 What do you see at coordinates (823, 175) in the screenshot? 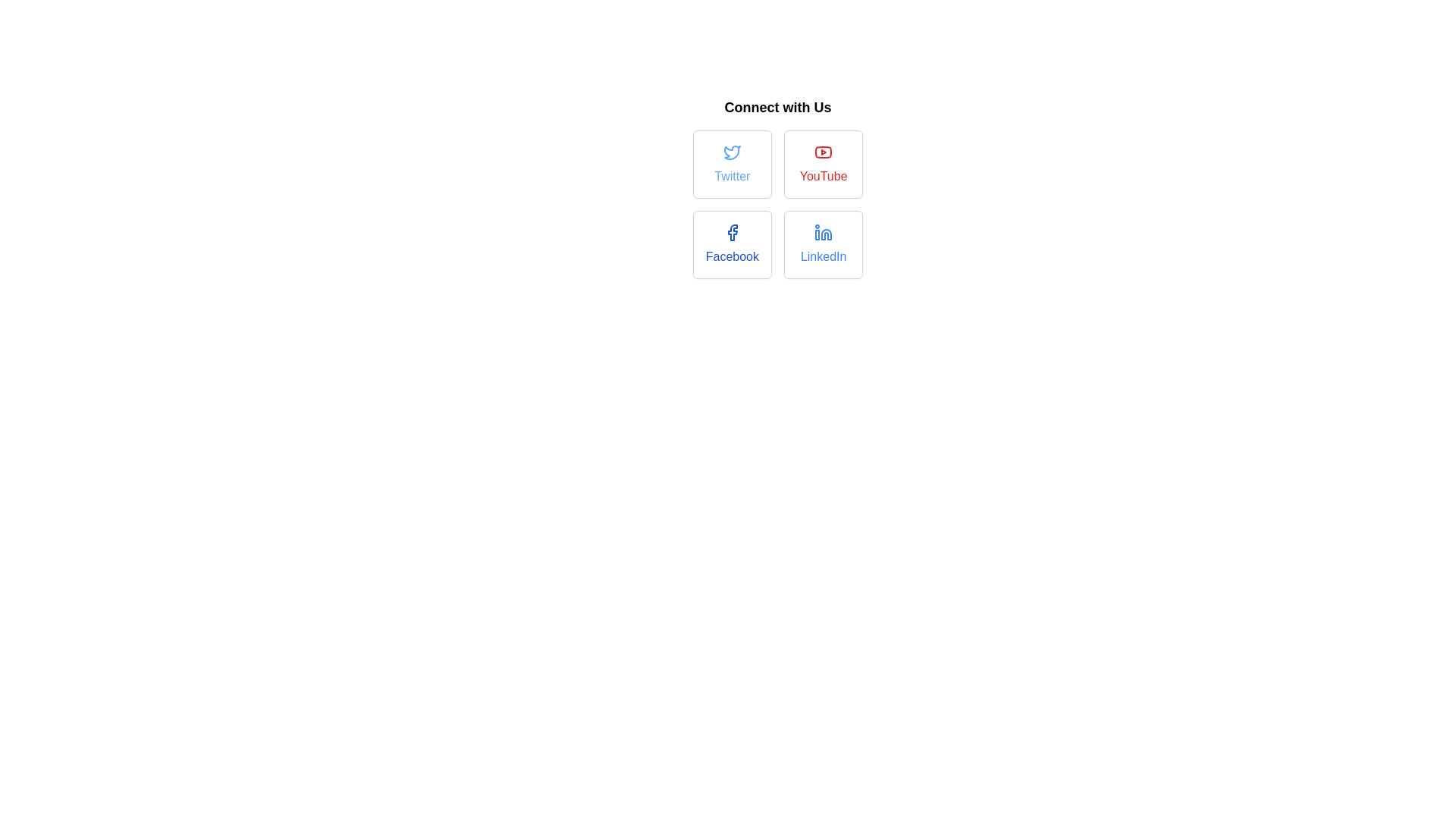
I see `the 'YouTube' text label displayed in bold red font, which is positioned below the YouTube icon within a grouping of social media platforms` at bounding box center [823, 175].